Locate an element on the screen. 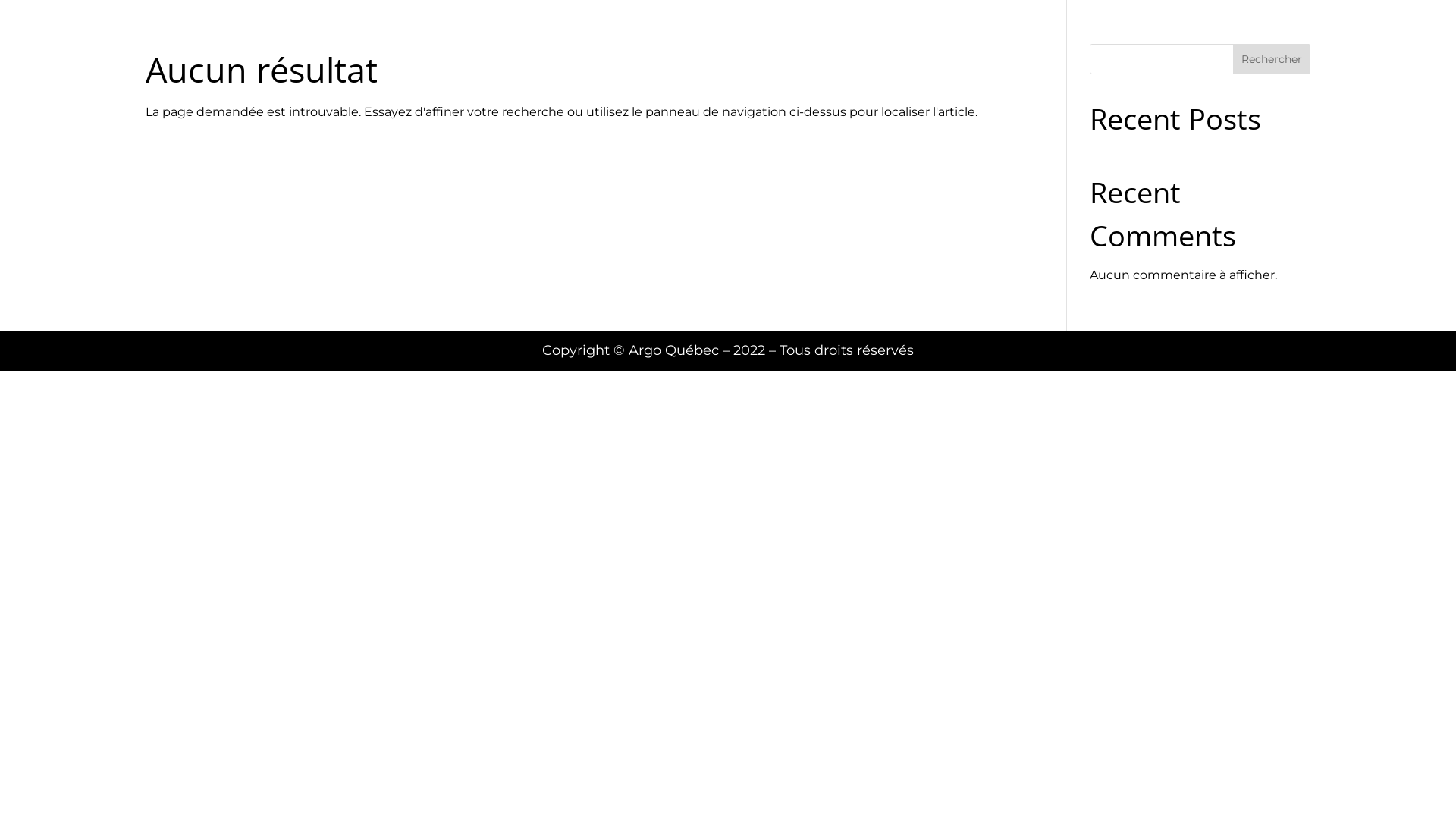 This screenshot has width=1456, height=819. 'Rechercher' is located at coordinates (1271, 58).